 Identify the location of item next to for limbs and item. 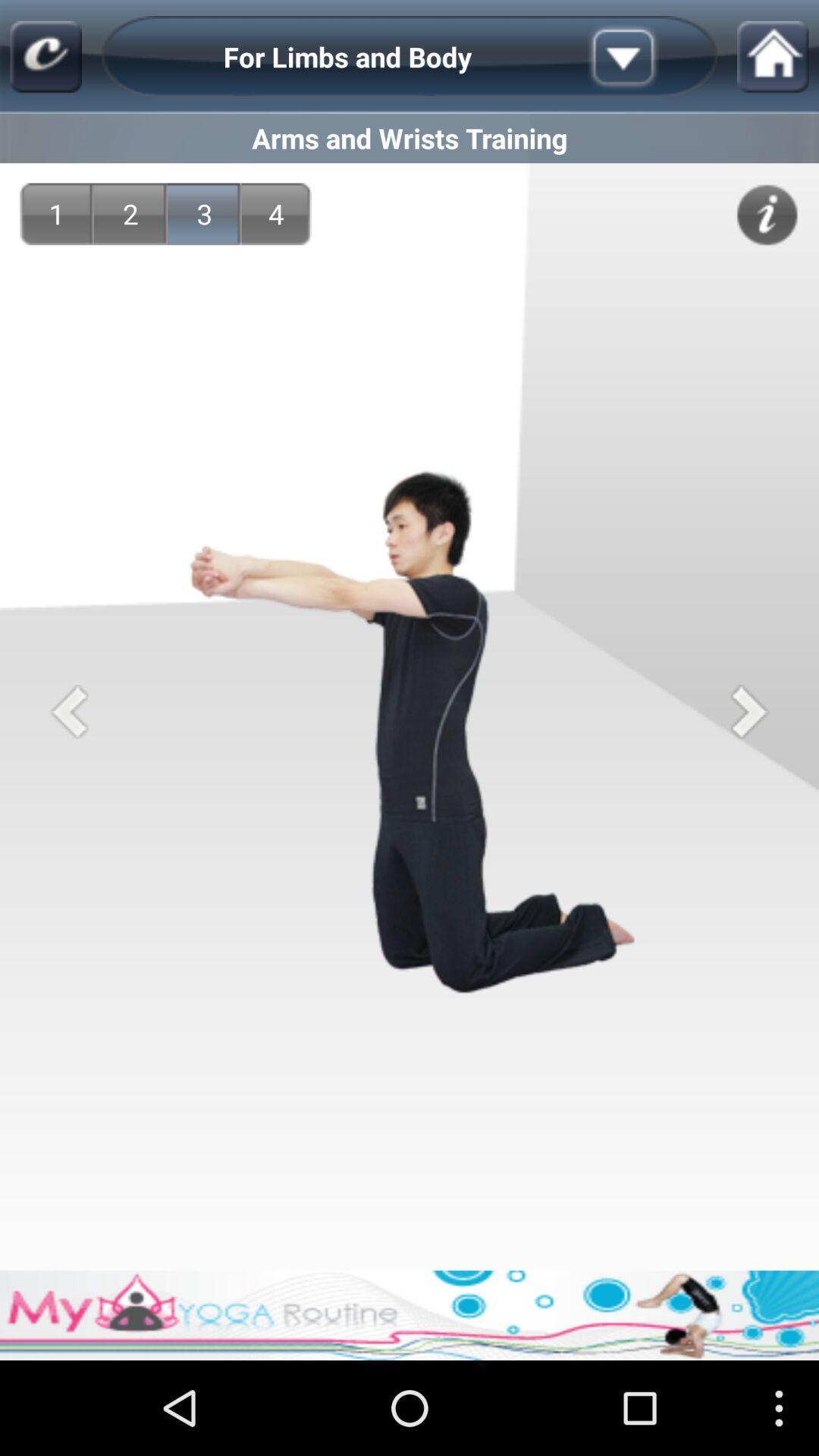
(647, 57).